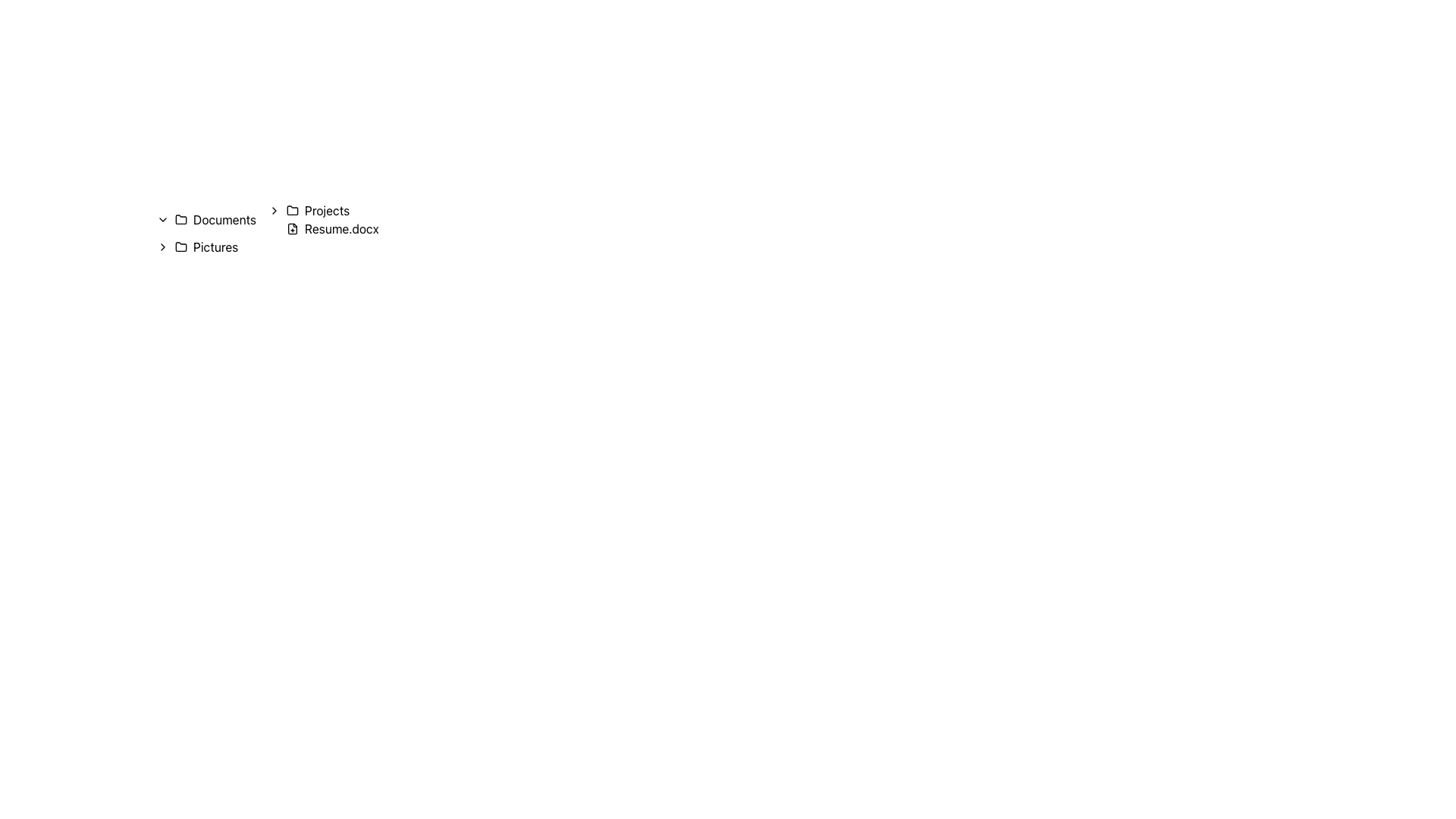 The width and height of the screenshot is (1456, 819). What do you see at coordinates (163, 246) in the screenshot?
I see `the rightward-facing chevron icon located to the left of the text 'Pictures'` at bounding box center [163, 246].